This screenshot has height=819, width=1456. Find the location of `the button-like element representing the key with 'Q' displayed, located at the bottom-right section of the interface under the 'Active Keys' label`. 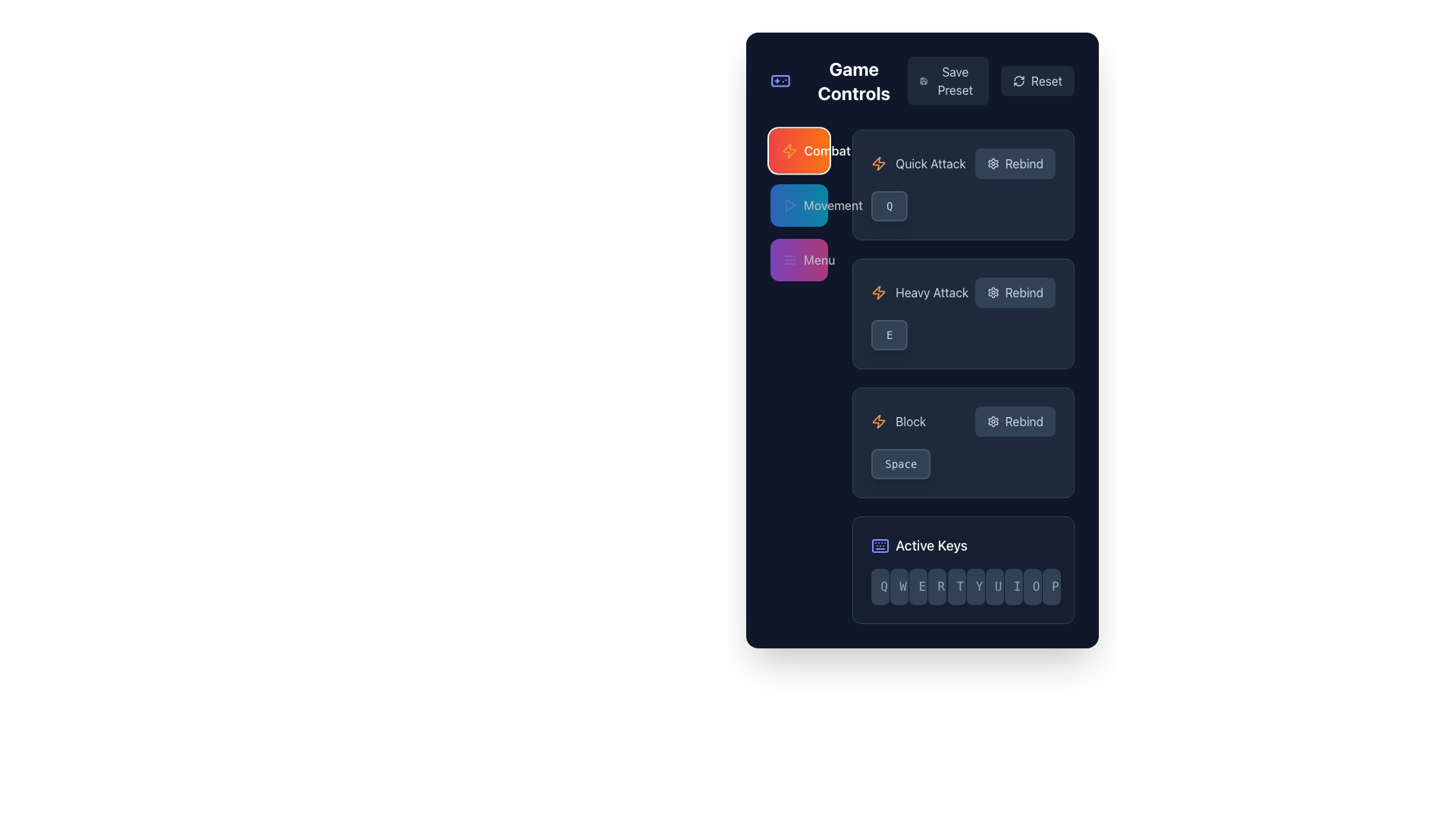

the button-like element representing the key with 'Q' displayed, located at the bottom-right section of the interface under the 'Active Keys' label is located at coordinates (880, 586).